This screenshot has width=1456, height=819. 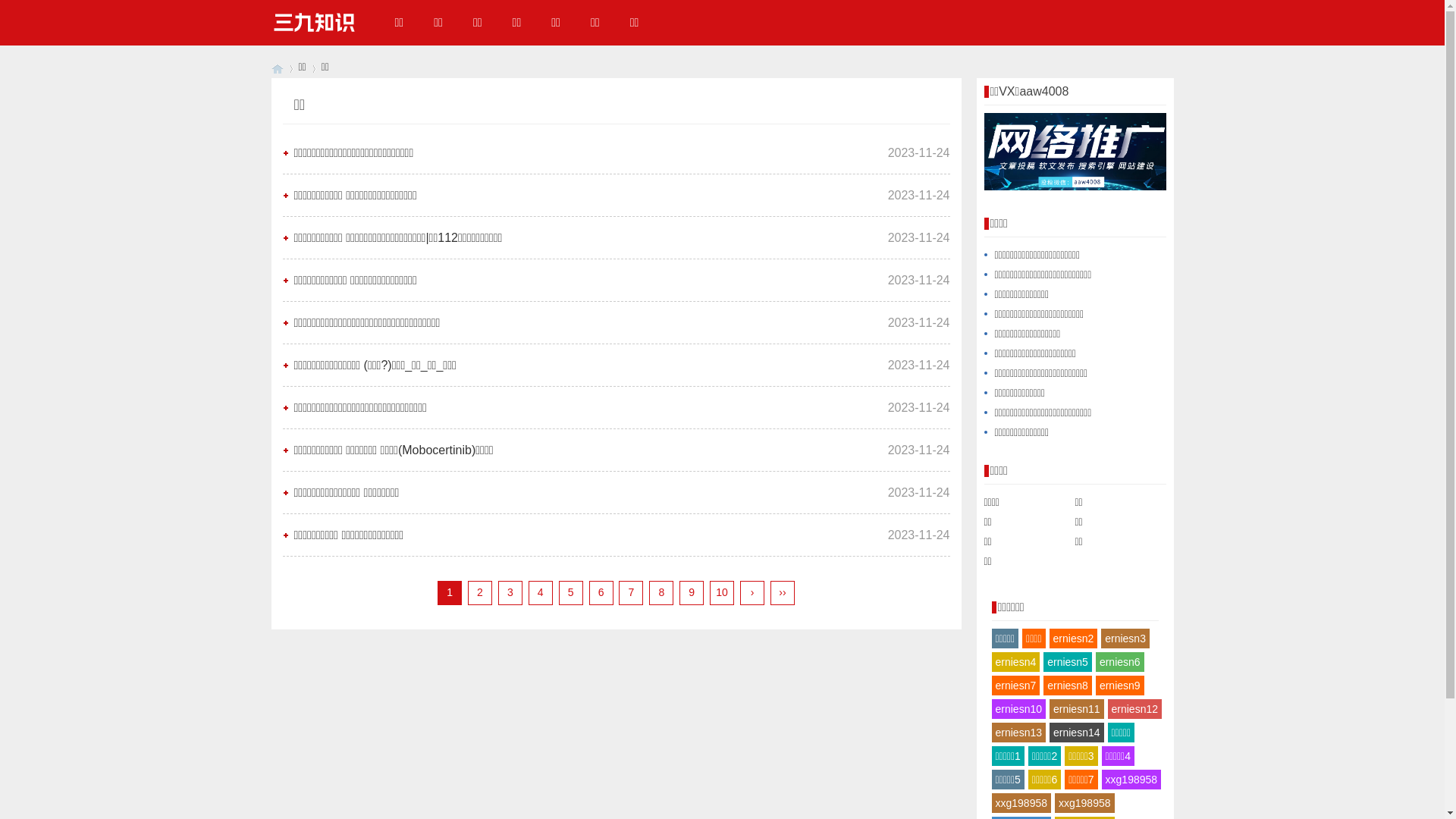 What do you see at coordinates (479, 592) in the screenshot?
I see `'2'` at bounding box center [479, 592].